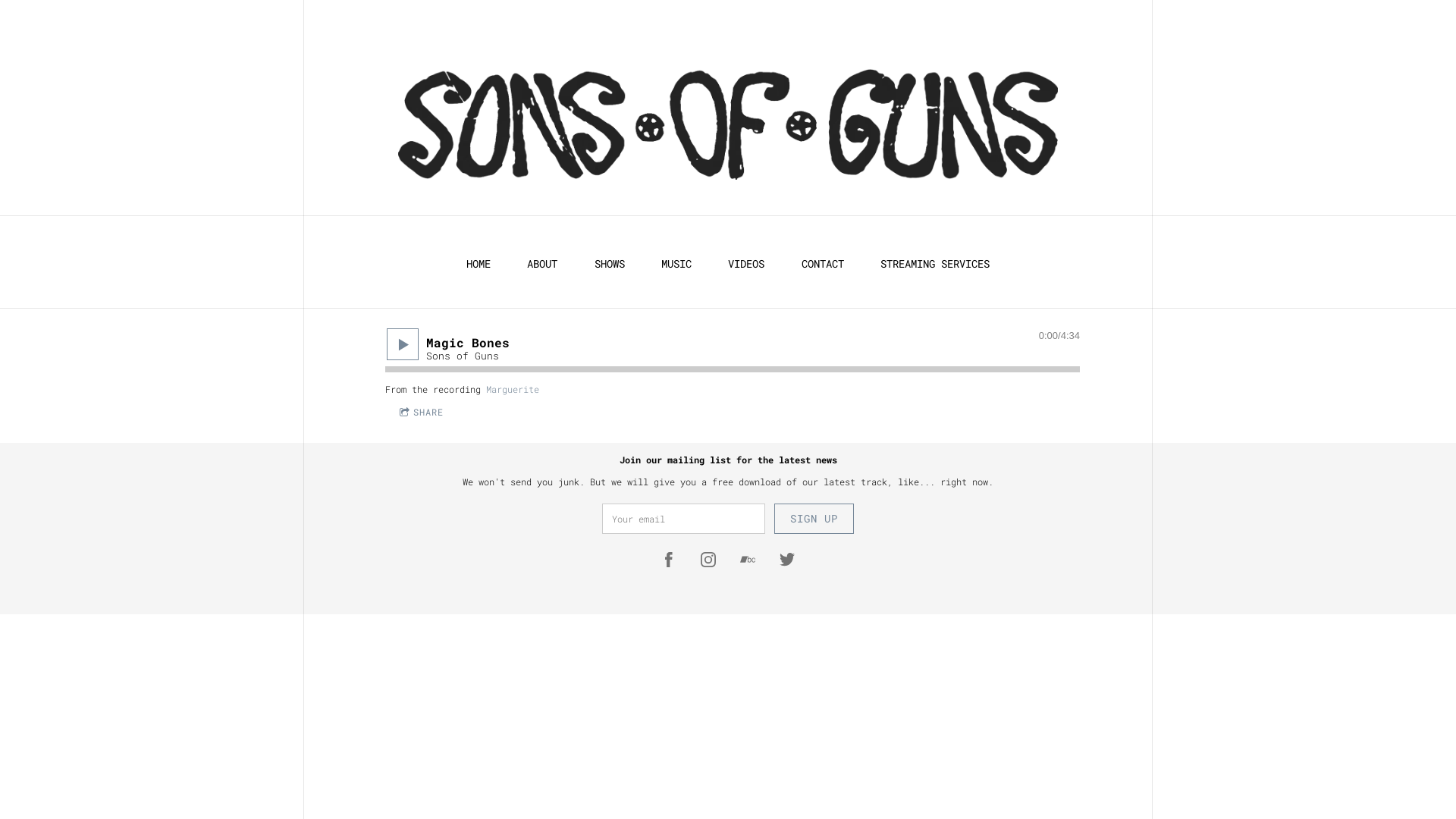 The image size is (1456, 819). I want to click on 'SHOWS', so click(593, 262).